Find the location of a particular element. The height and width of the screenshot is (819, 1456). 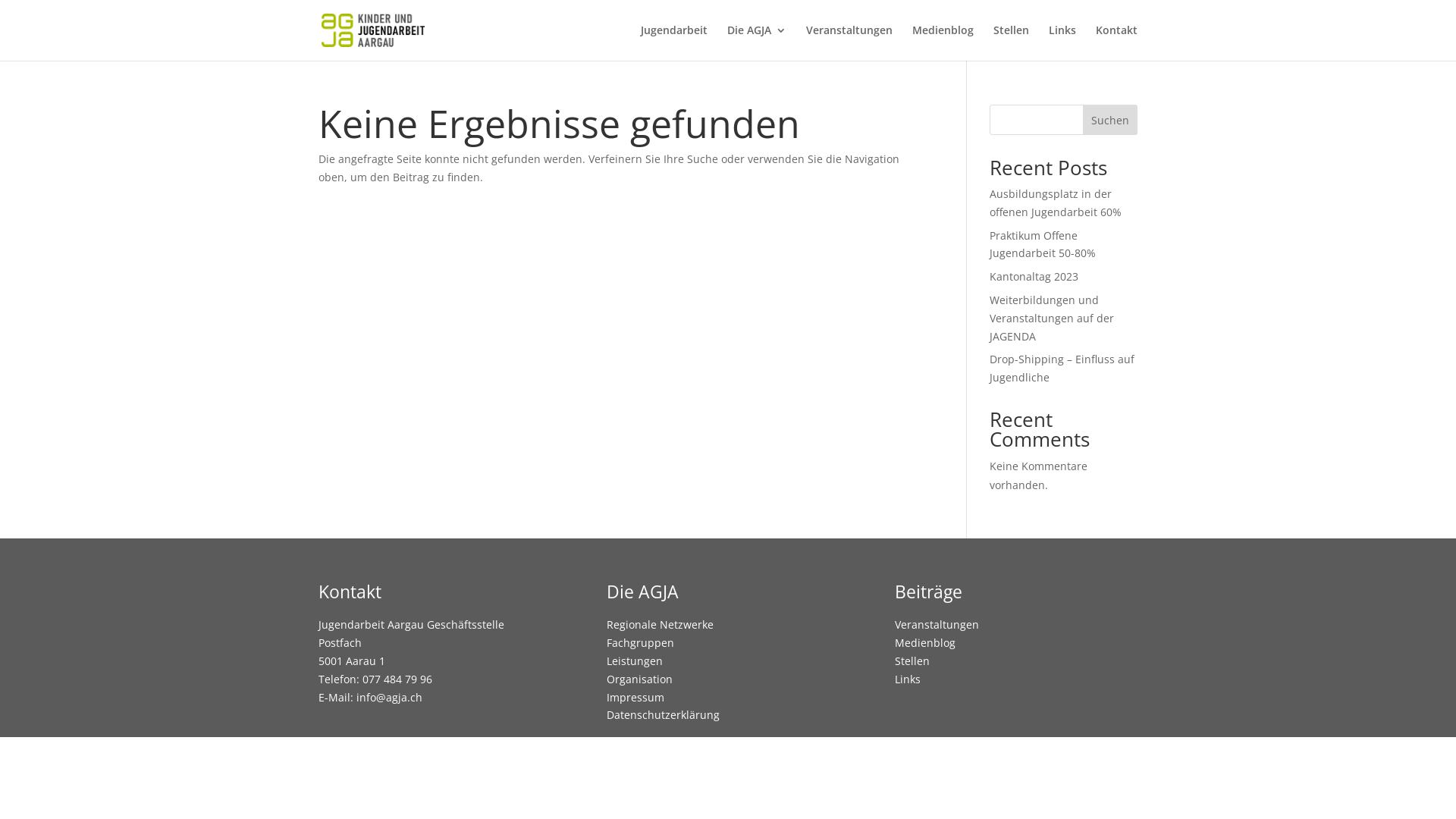

'077 484 79 96' is located at coordinates (397, 678).